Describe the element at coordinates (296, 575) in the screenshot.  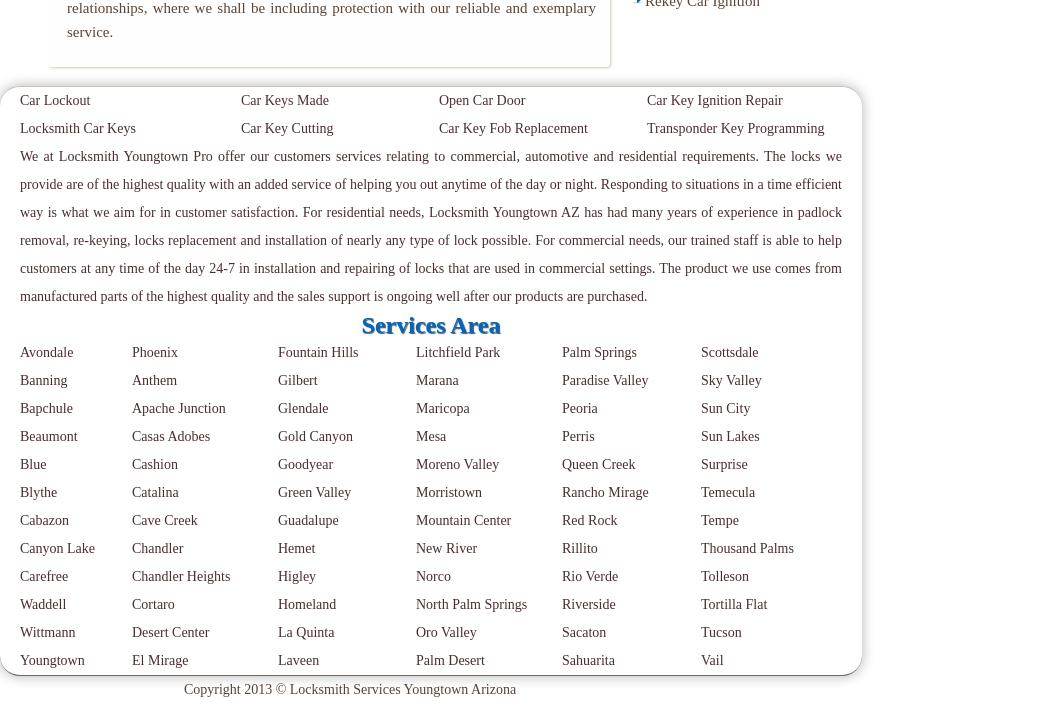
I see `'Higley'` at that location.